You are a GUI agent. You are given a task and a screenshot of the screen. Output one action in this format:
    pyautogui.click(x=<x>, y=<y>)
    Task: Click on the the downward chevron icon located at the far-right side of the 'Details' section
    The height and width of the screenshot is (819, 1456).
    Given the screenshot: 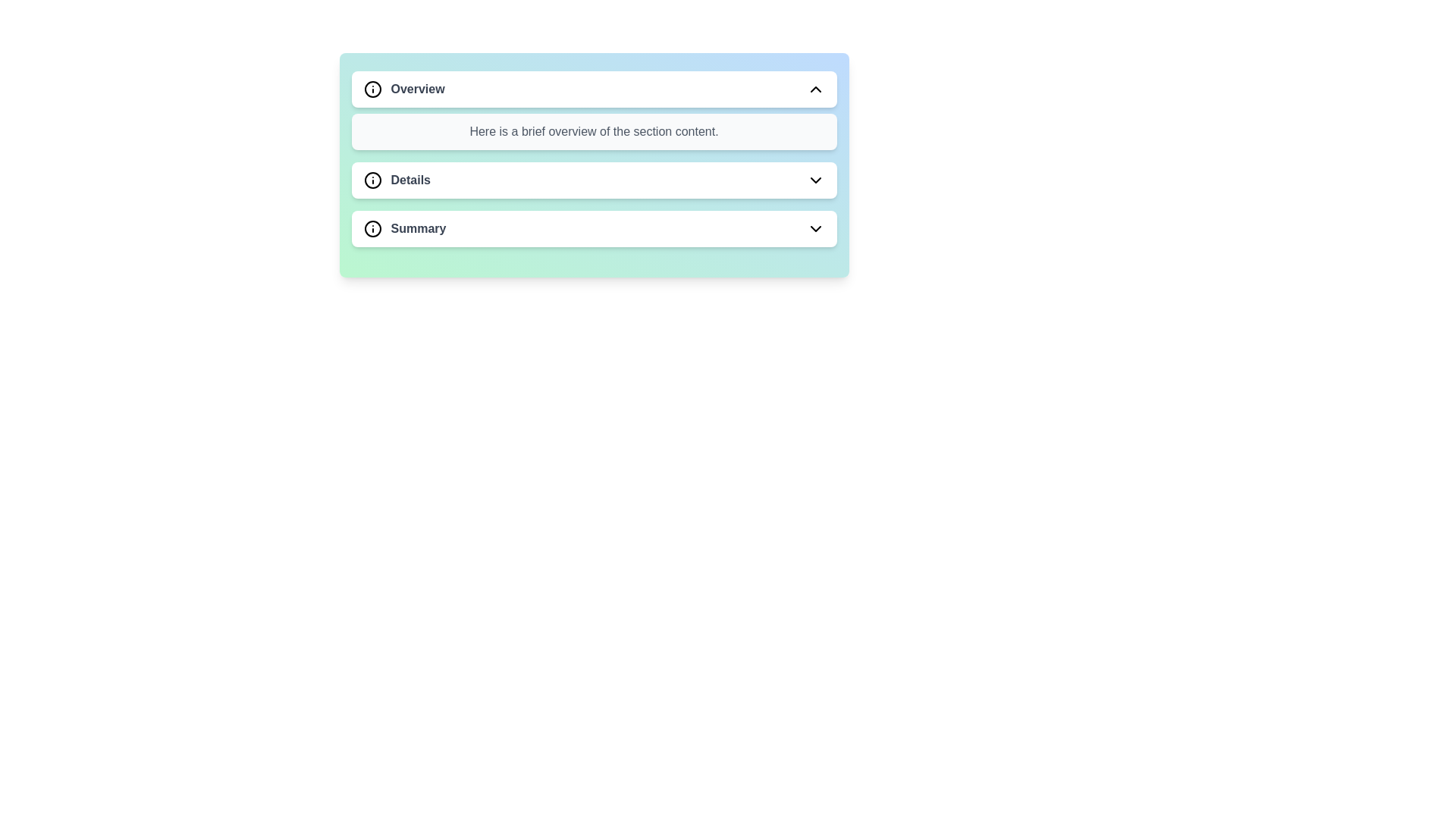 What is the action you would take?
    pyautogui.click(x=814, y=180)
    